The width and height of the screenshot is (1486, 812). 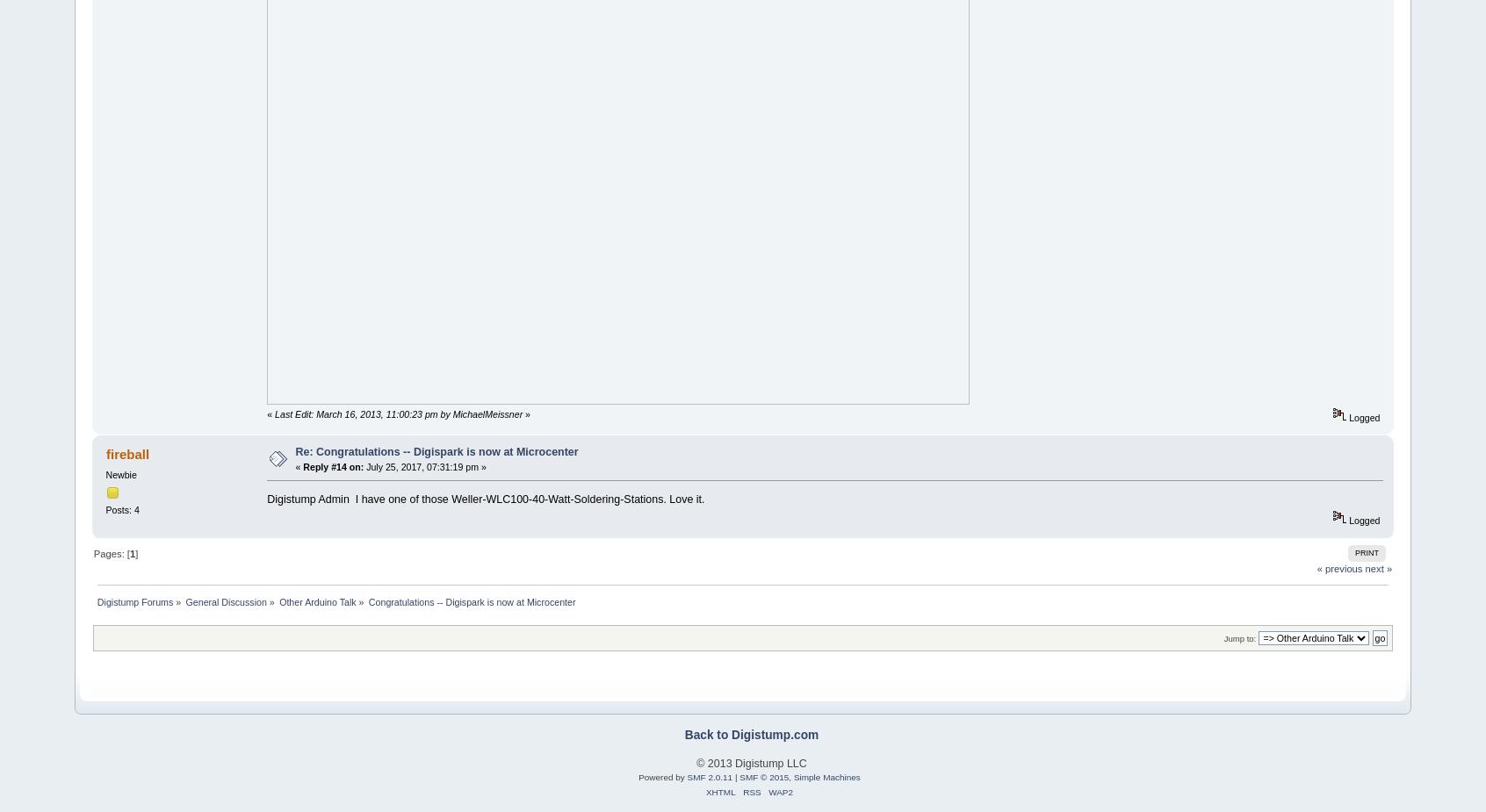 I want to click on 'Reply #14 on:', so click(x=333, y=466).